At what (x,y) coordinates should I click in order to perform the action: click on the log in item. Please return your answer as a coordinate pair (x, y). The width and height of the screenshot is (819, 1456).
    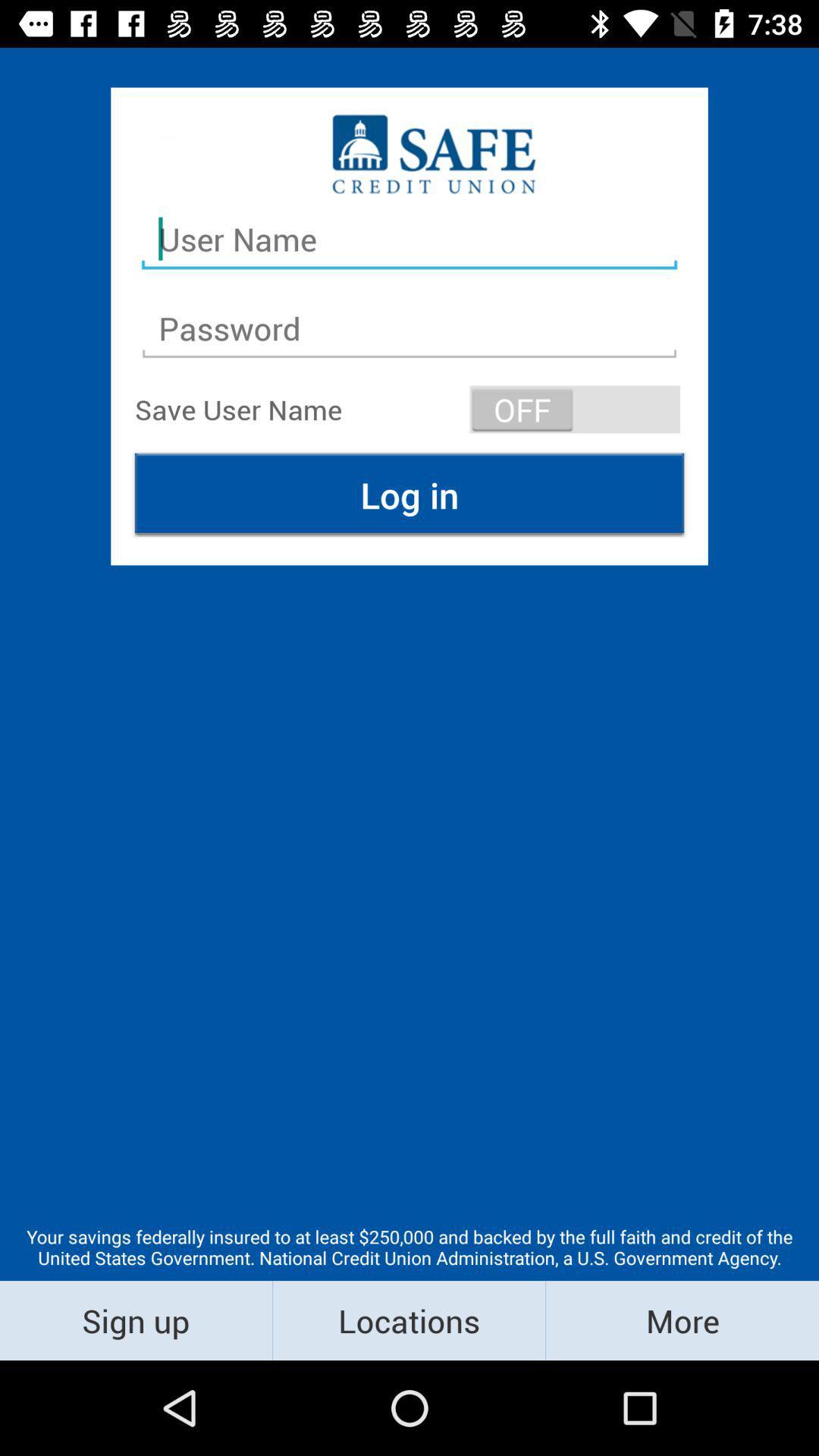
    Looking at the image, I should click on (409, 494).